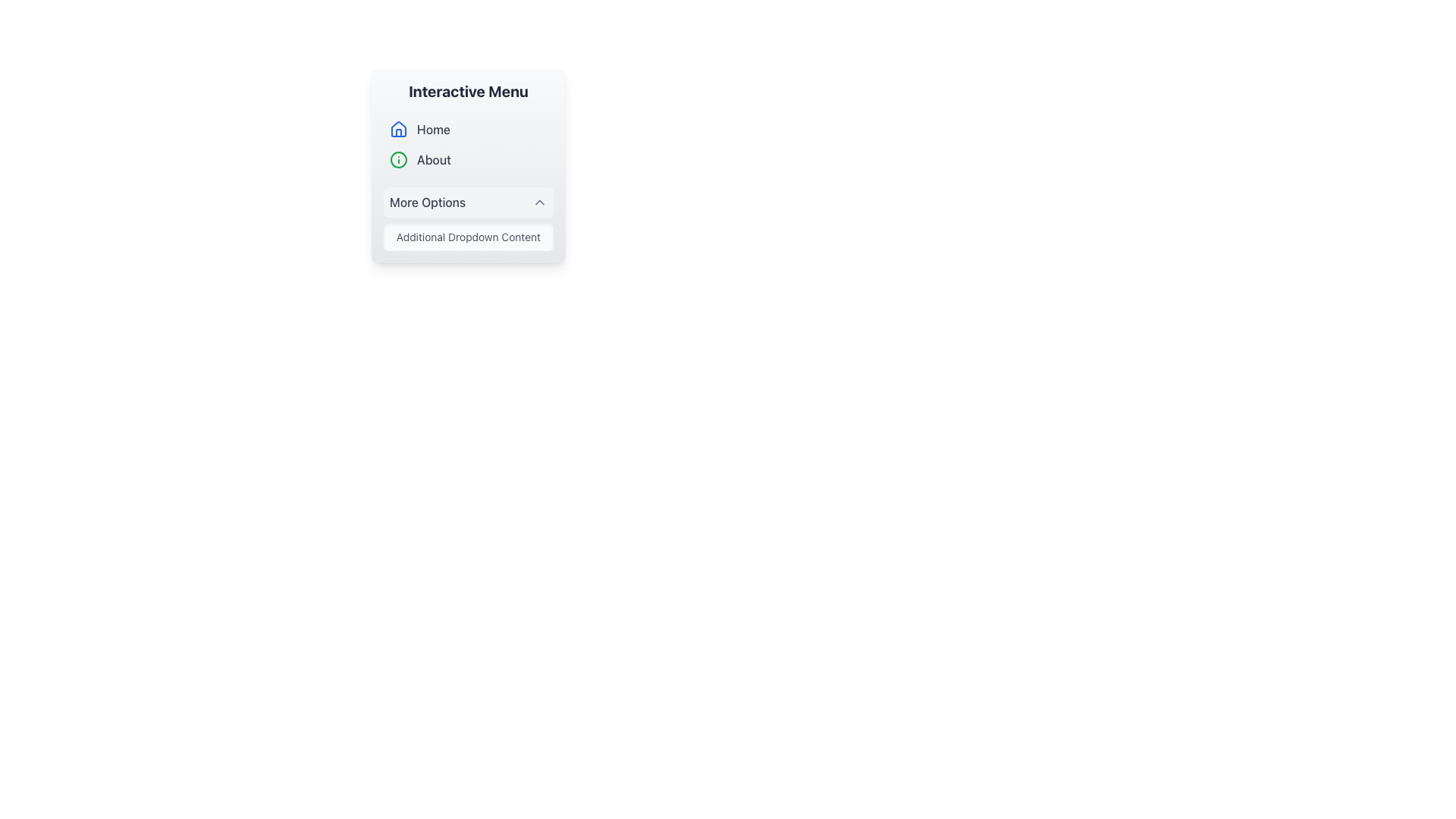  I want to click on the small blue house icon located at the top left corner of the menu panel, next to the 'Home' text label, so click(399, 128).